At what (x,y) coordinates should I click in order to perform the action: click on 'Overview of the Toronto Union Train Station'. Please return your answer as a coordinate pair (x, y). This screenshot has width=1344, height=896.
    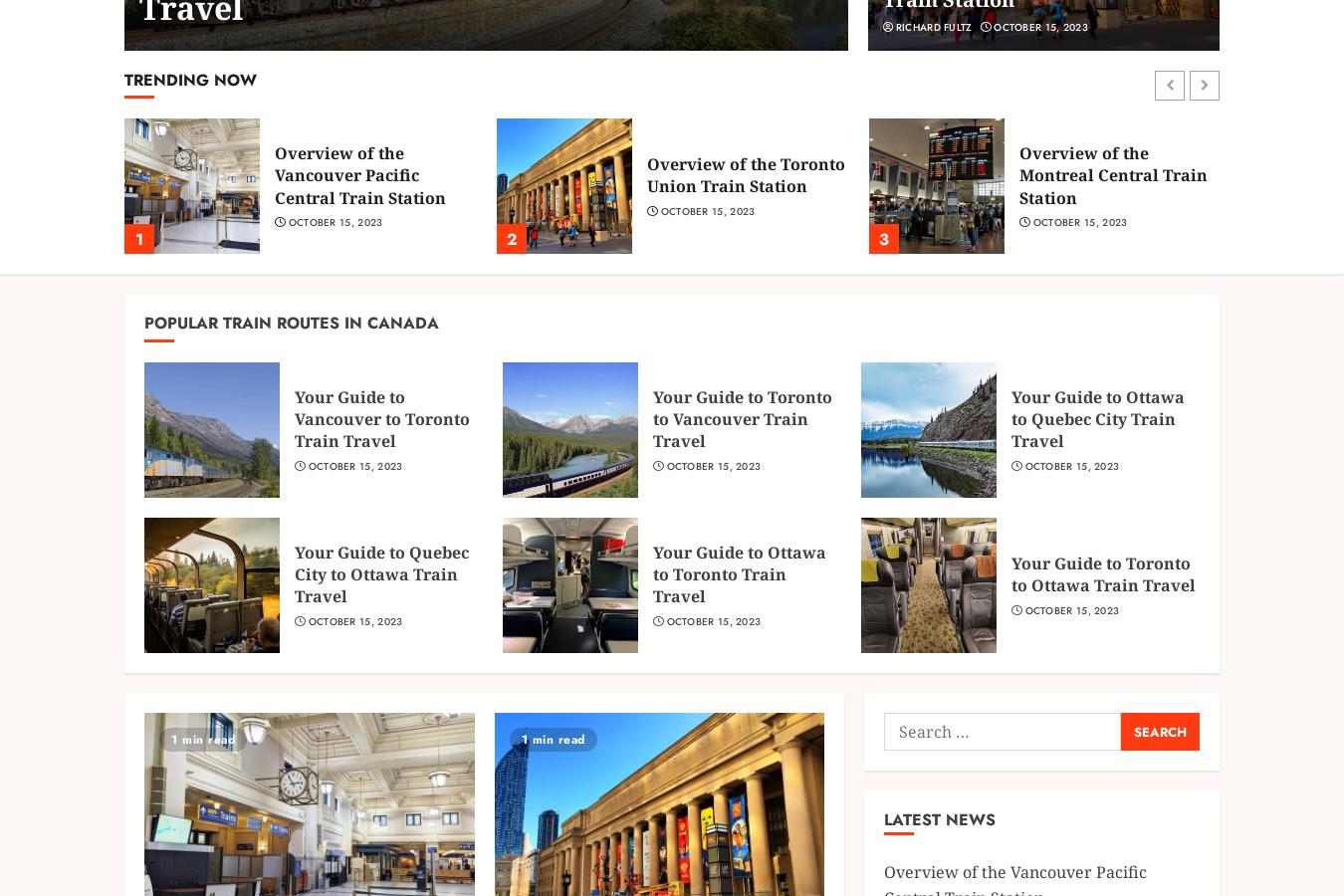
    Looking at the image, I should click on (745, 174).